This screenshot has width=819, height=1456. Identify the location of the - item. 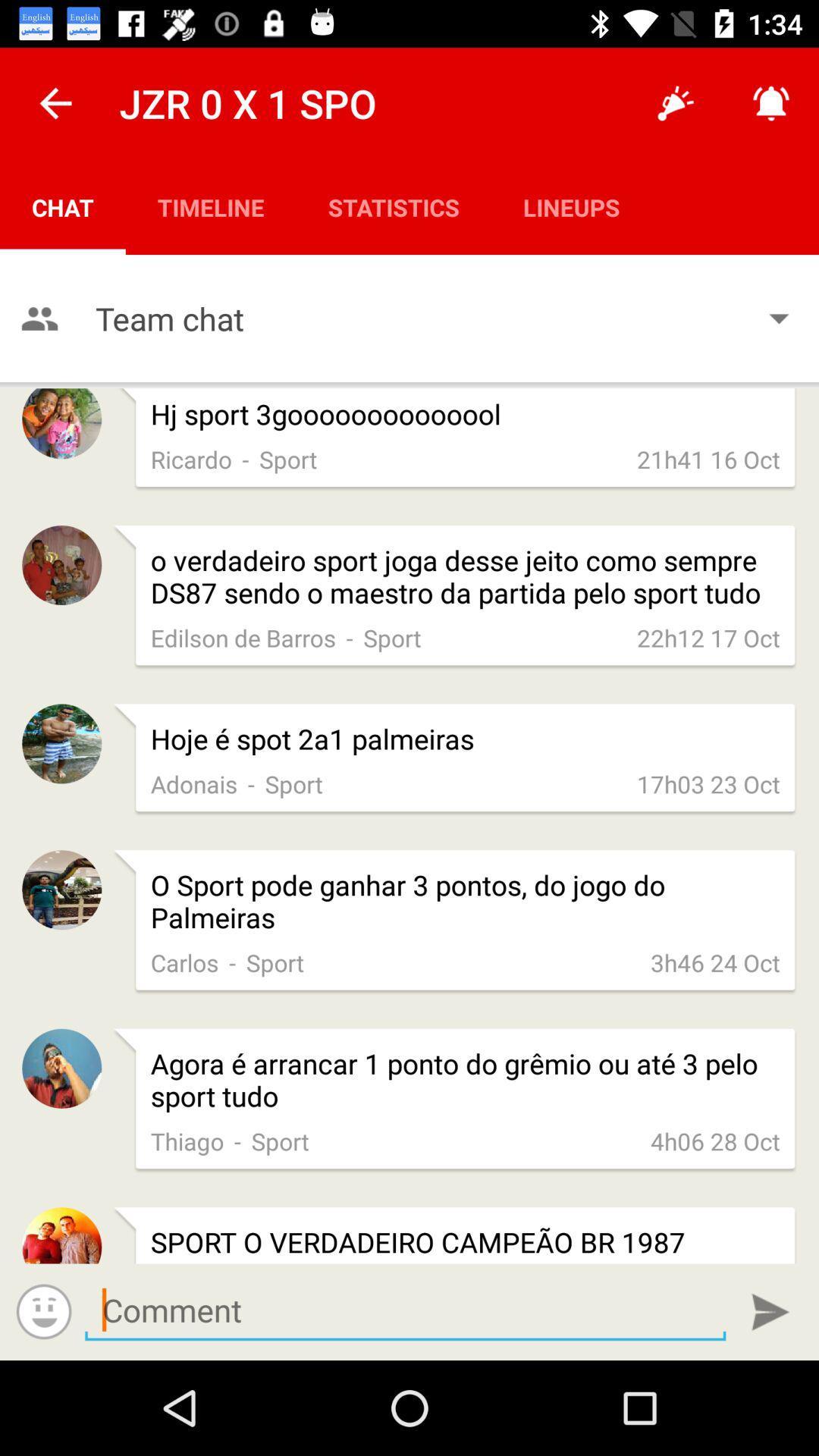
(237, 1141).